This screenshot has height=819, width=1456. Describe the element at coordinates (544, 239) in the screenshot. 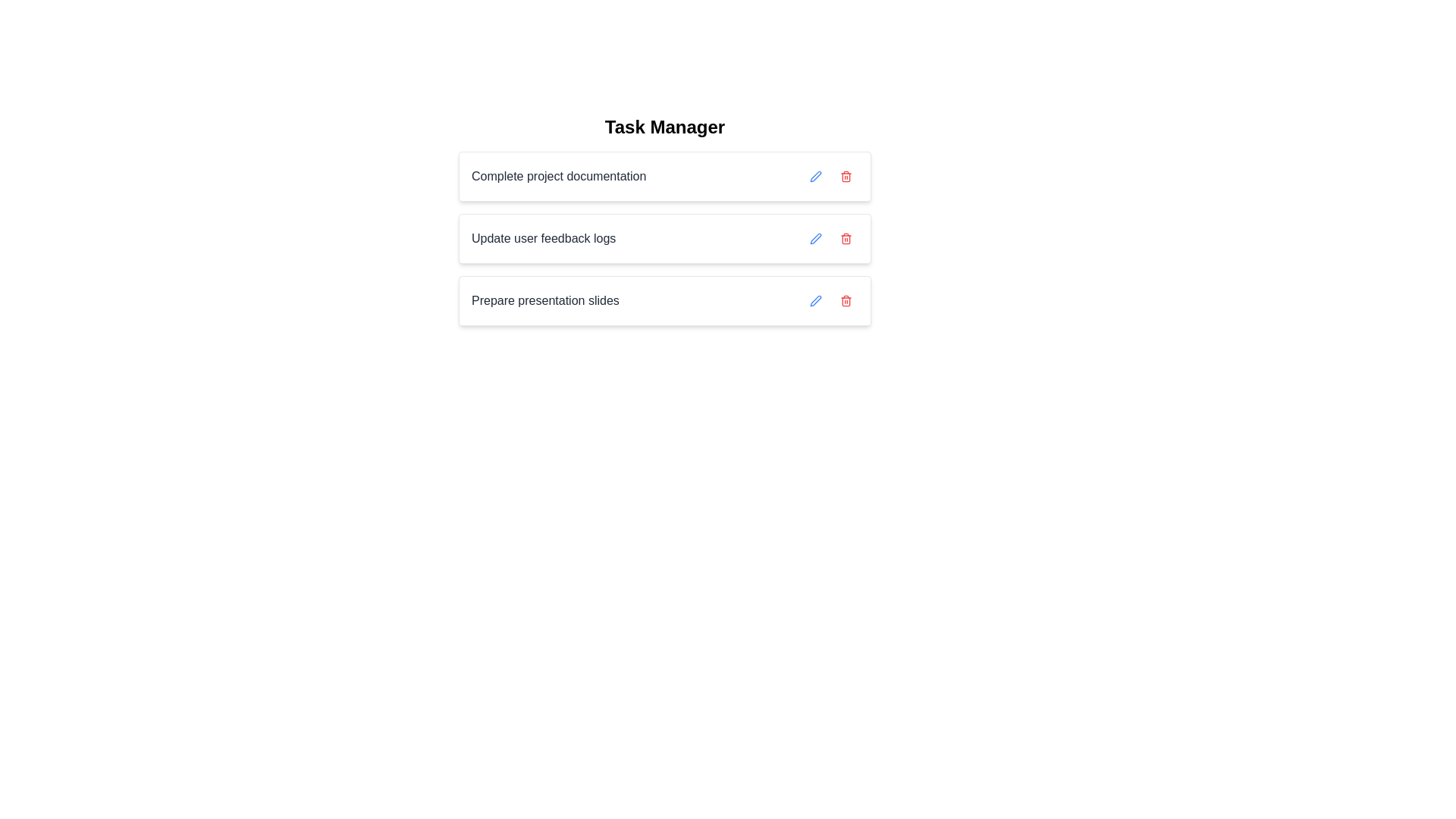

I see `the text label displaying 'Update user feedback logs', which is located in the middle section of a task list and styled within a card interface` at that location.